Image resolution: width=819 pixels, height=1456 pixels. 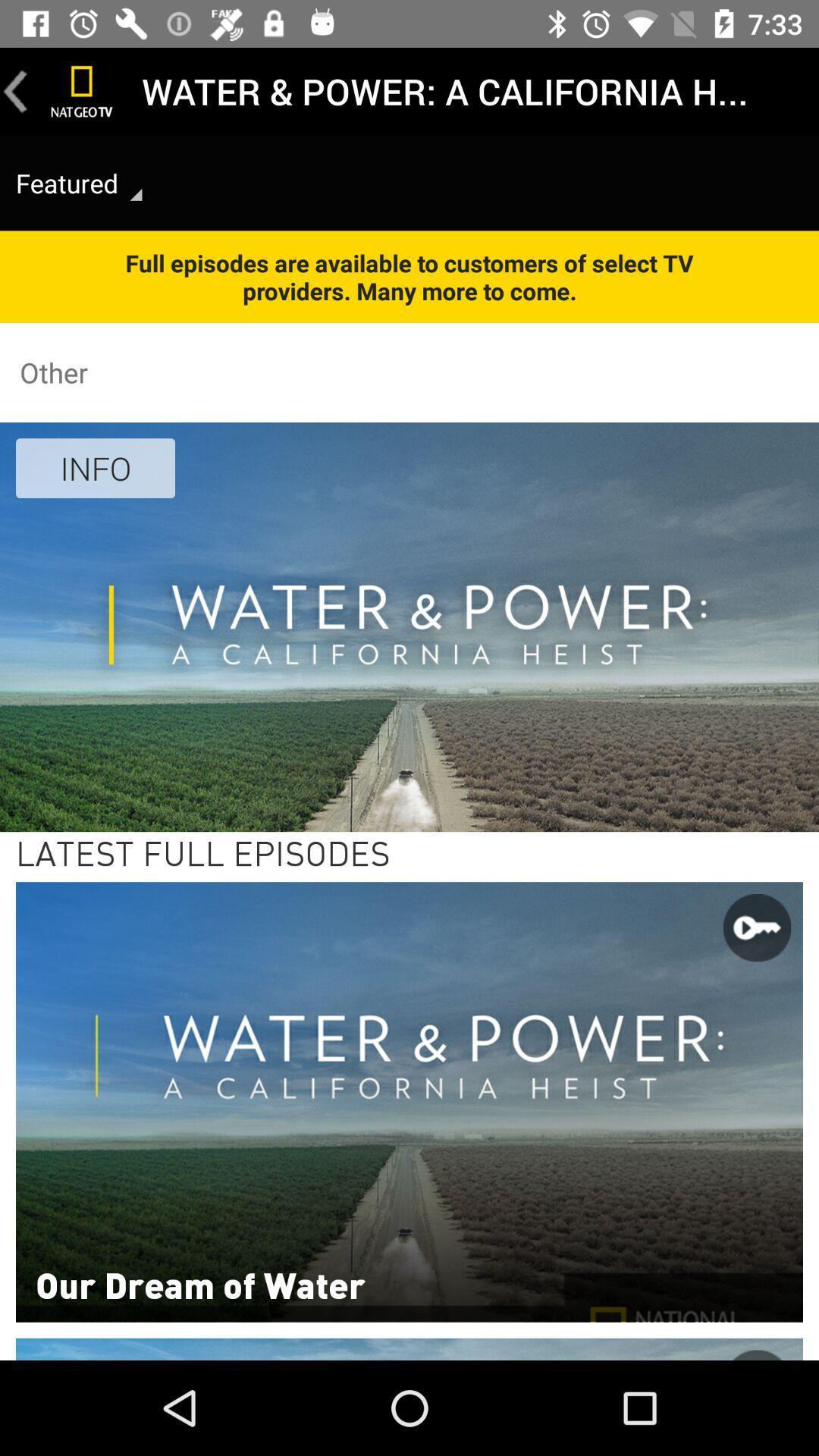 What do you see at coordinates (96, 467) in the screenshot?
I see `the item above the latest full episodes item` at bounding box center [96, 467].